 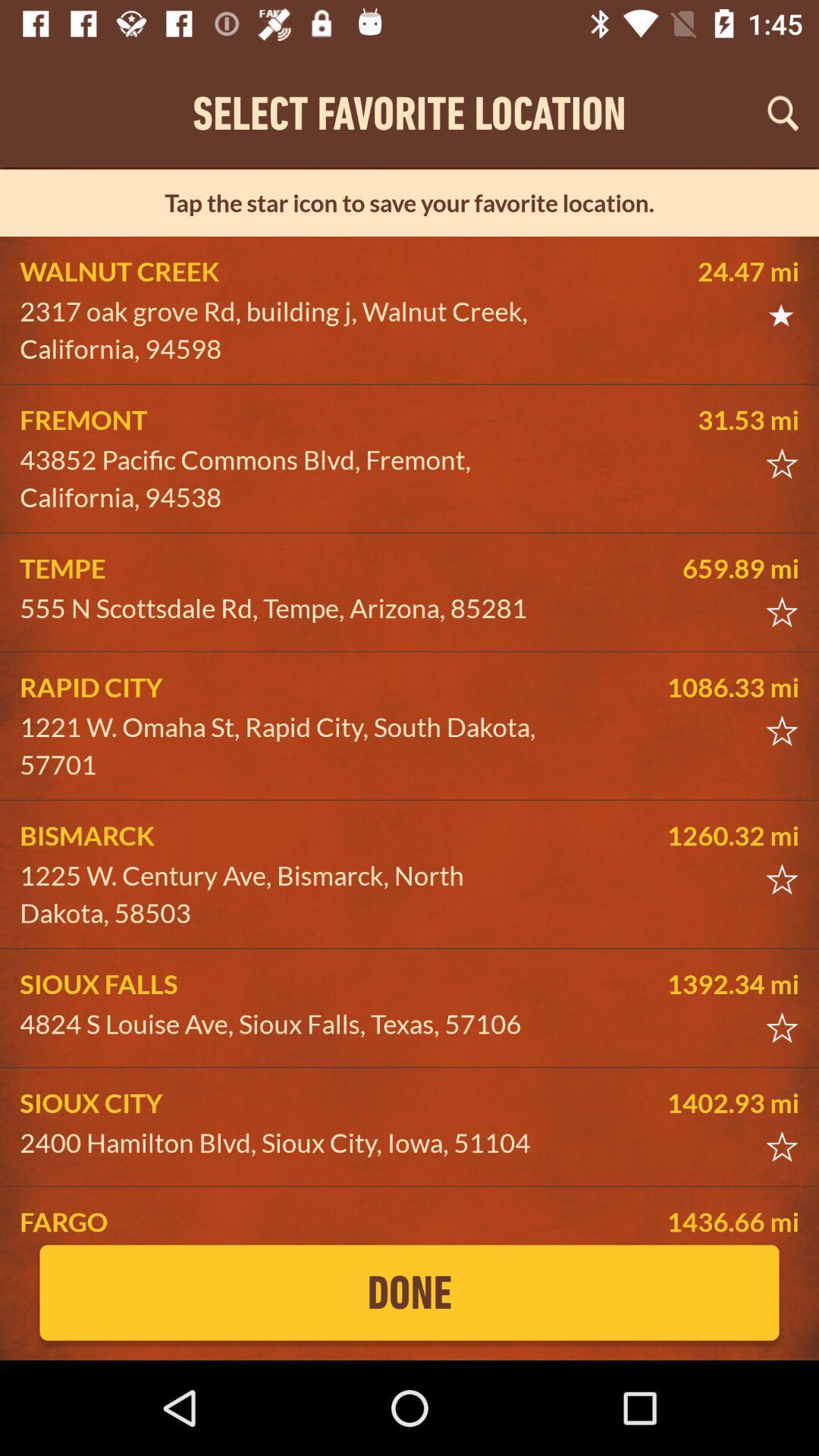 What do you see at coordinates (285, 608) in the screenshot?
I see `the icon below the tempe icon` at bounding box center [285, 608].